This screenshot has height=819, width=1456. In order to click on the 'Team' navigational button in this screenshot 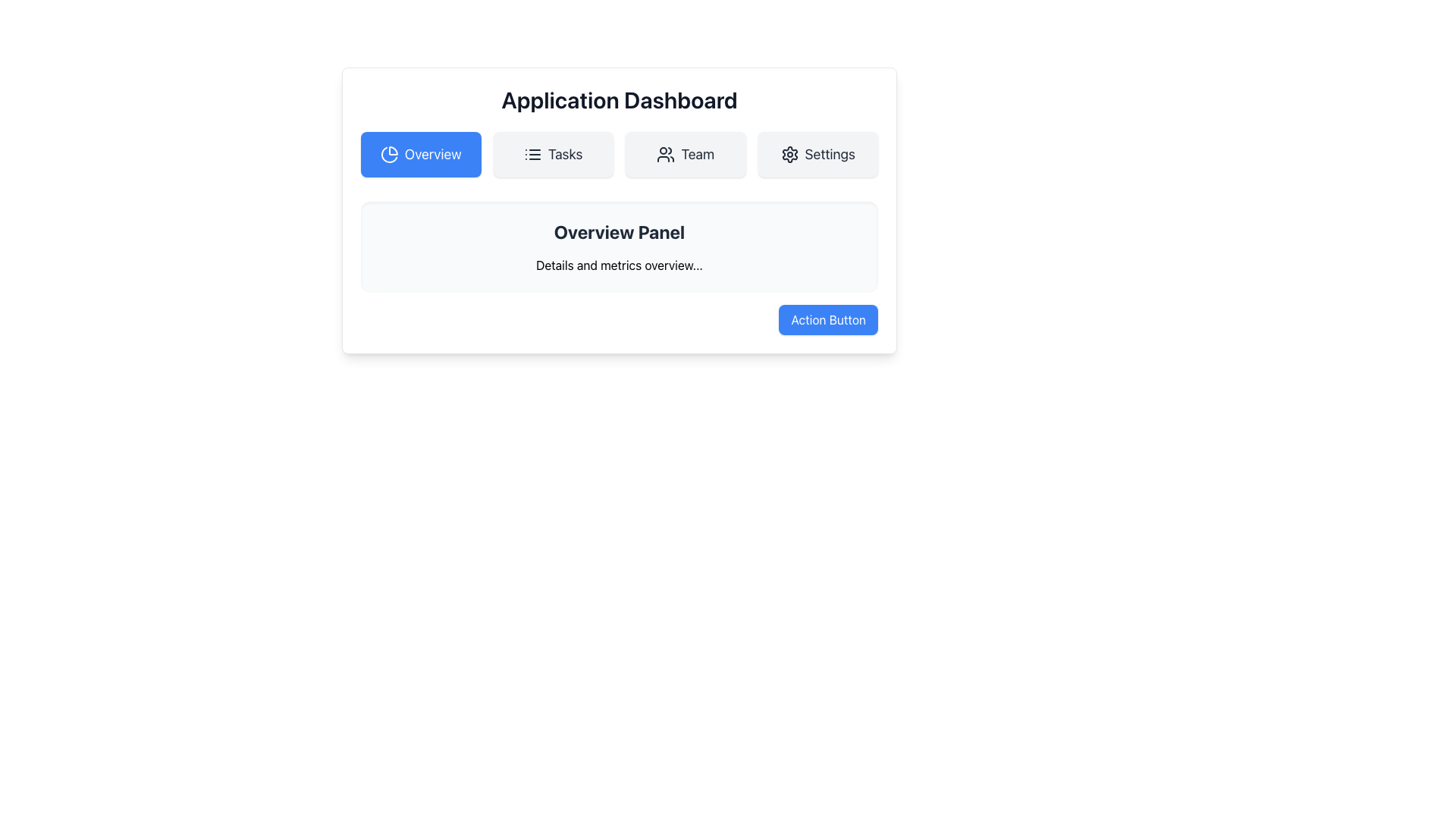, I will do `click(685, 155)`.